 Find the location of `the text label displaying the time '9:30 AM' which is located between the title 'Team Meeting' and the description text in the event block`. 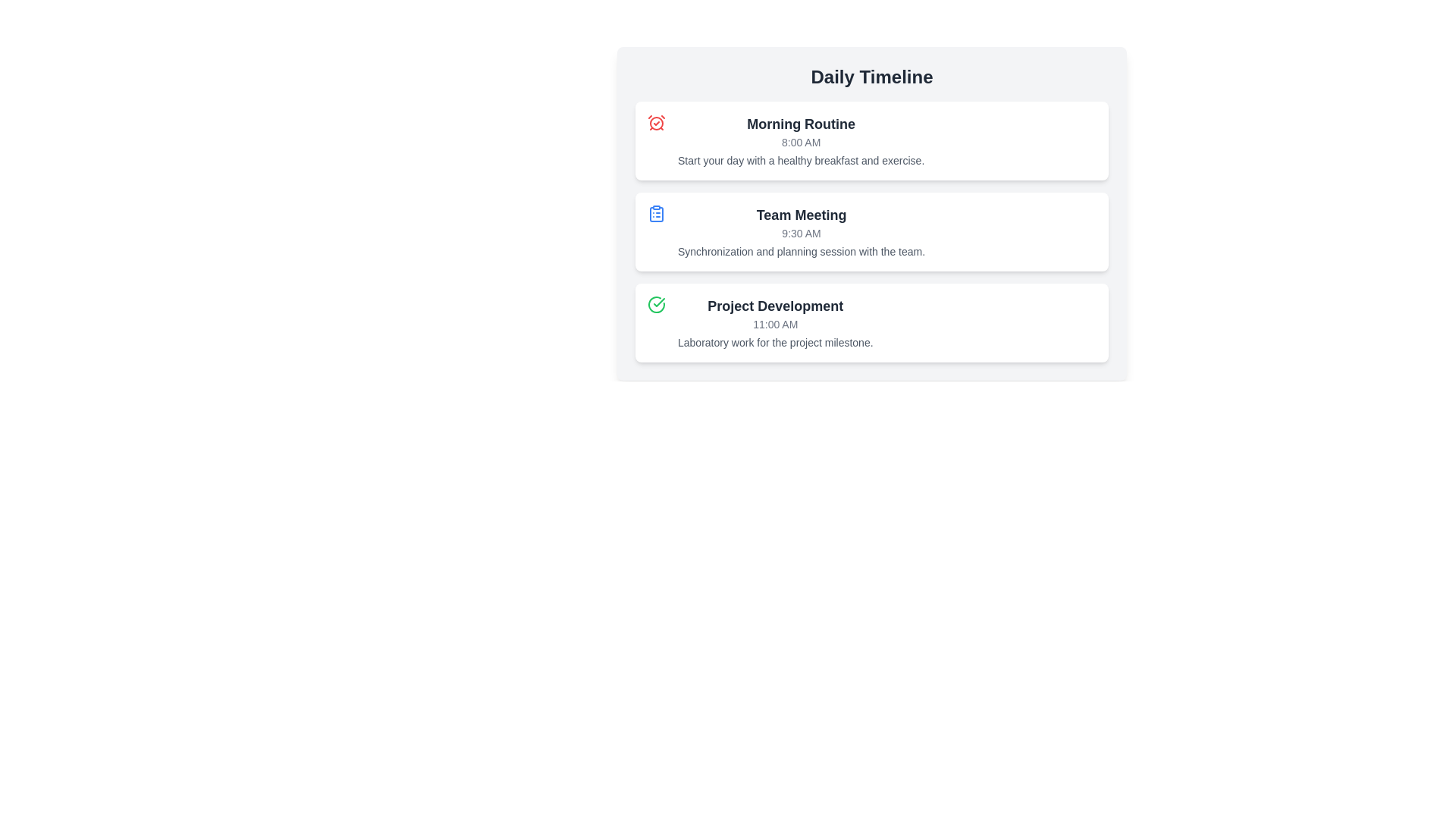

the text label displaying the time '9:30 AM' which is located between the title 'Team Meeting' and the description text in the event block is located at coordinates (800, 234).